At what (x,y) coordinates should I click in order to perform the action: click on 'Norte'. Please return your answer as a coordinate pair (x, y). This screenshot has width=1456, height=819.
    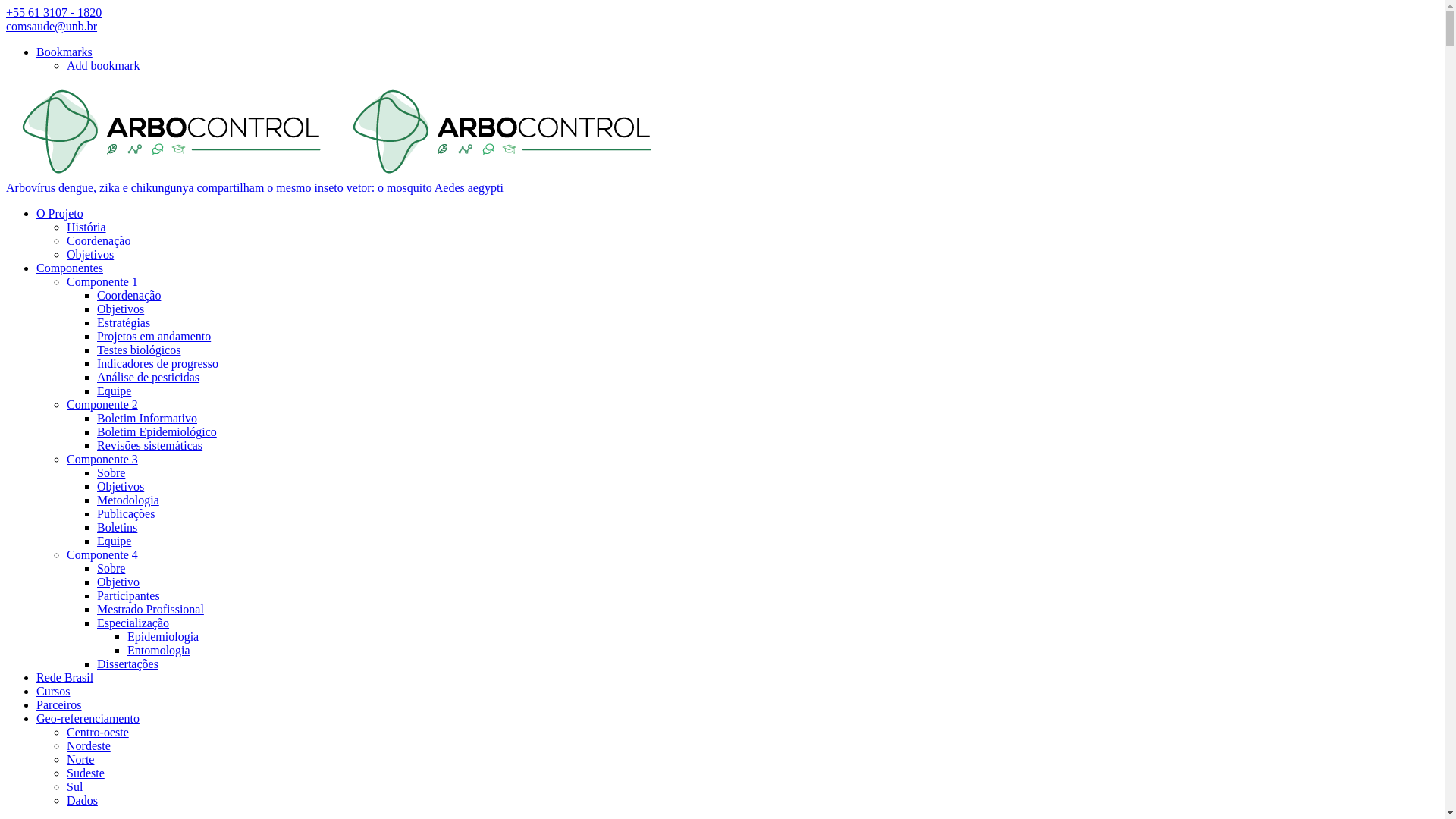
    Looking at the image, I should click on (65, 759).